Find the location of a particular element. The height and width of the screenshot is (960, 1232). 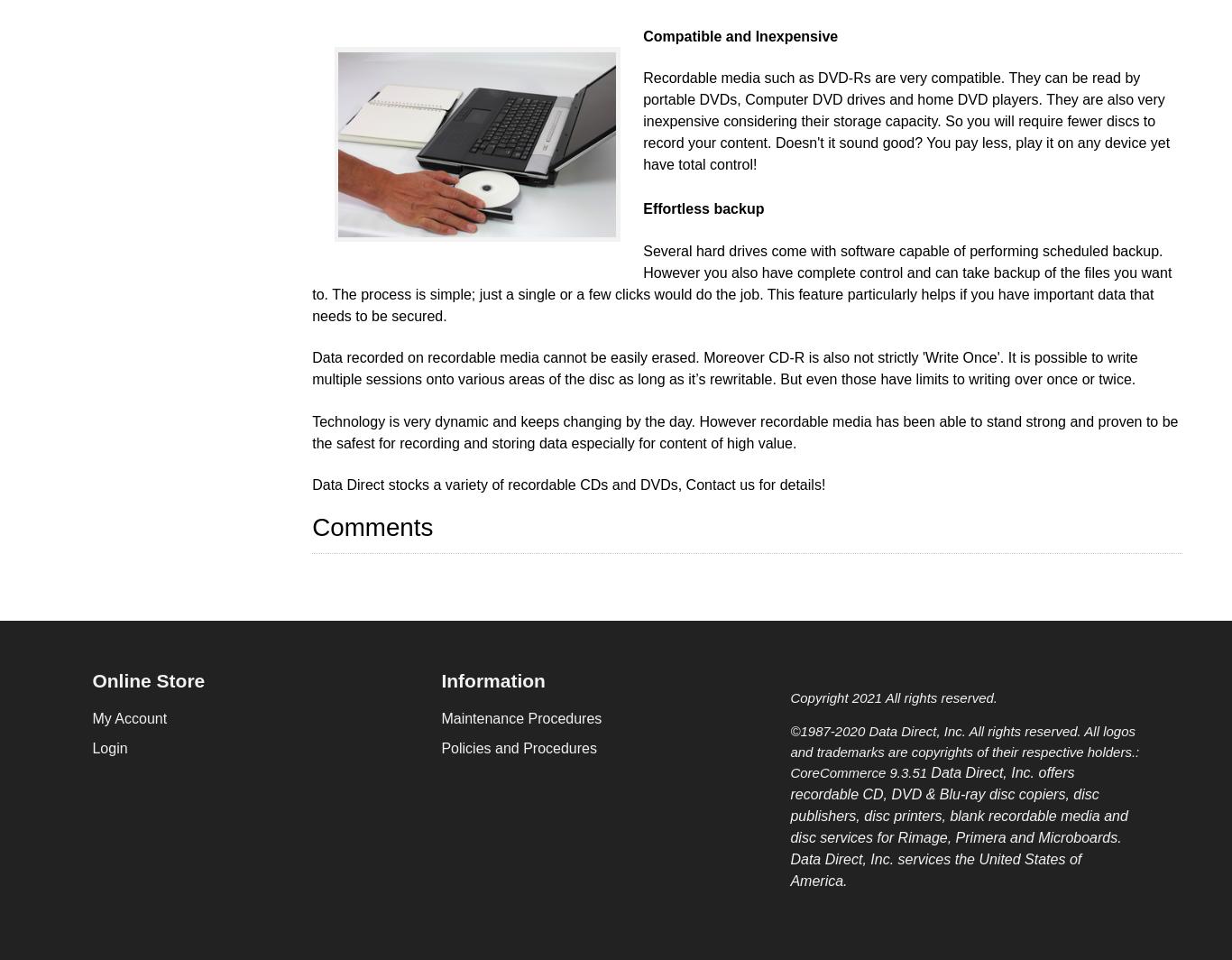

'Technology is very dynamic and keeps changing by the day. However recordable media has been able to stand strong and proven to be the safest for recording and storing data especially for content of high value.' is located at coordinates (744, 431).